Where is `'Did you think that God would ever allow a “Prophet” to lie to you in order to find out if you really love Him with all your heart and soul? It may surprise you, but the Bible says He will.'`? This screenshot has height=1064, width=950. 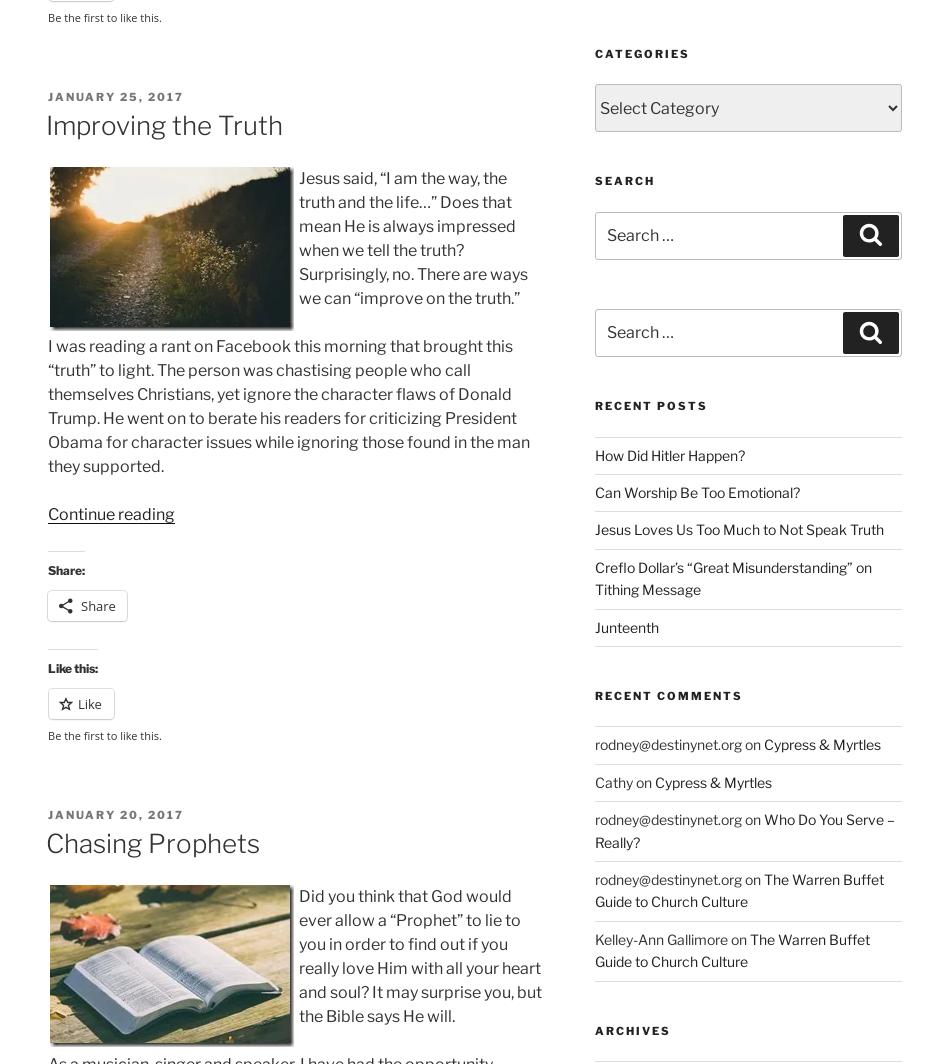
'Did you think that God would ever allow a “Prophet” to lie to you in order to find out if you really love Him with all your heart and soul? It may surprise you, but the Bible says He will.' is located at coordinates (419, 956).